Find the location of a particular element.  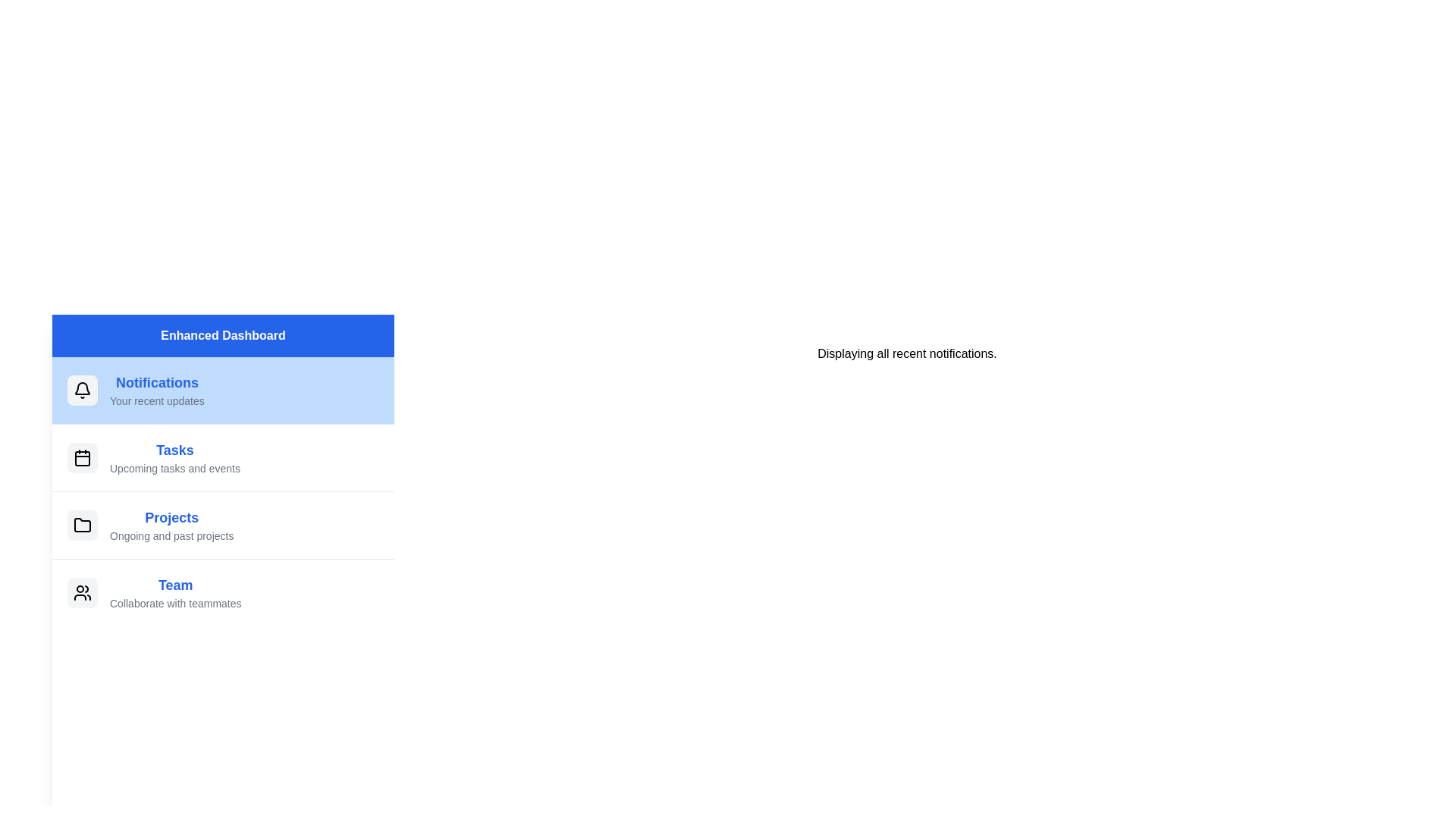

the menu item Notifications to access its context menu is located at coordinates (222, 390).